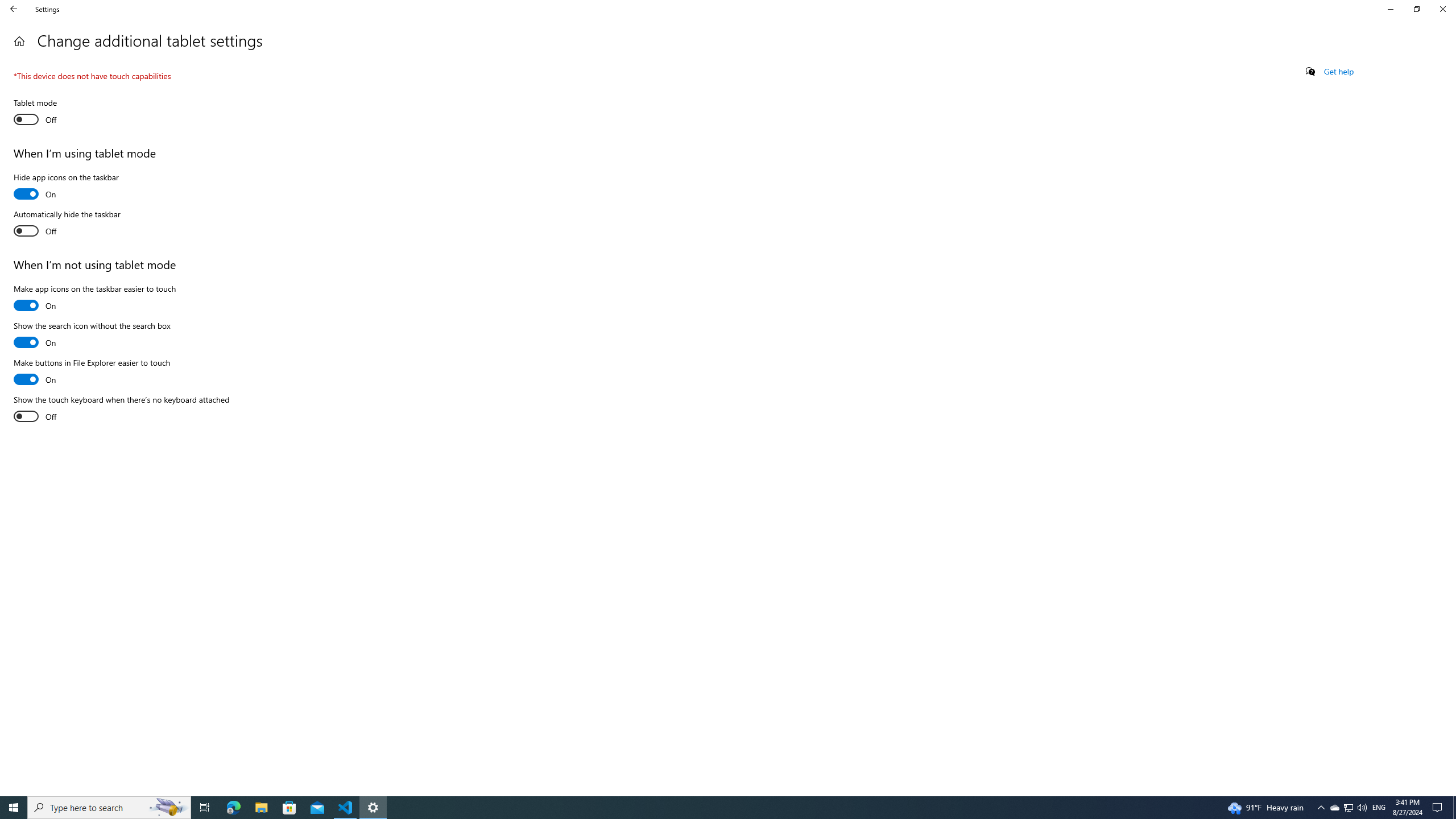  Describe the element at coordinates (67, 224) in the screenshot. I see `'Automatically hide the taskbar'` at that location.